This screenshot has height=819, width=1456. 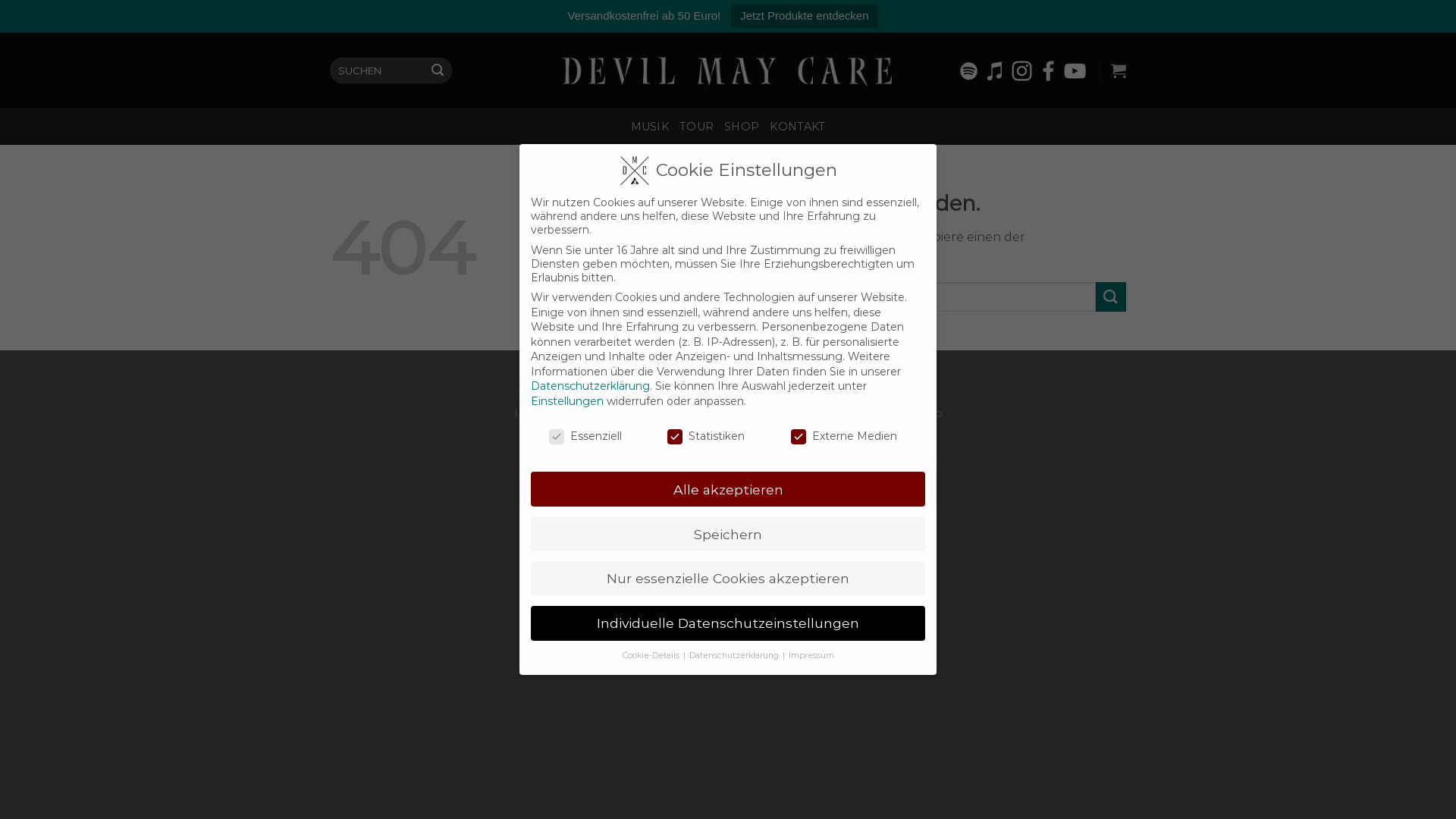 I want to click on 'Einstellungen', so click(x=566, y=400).